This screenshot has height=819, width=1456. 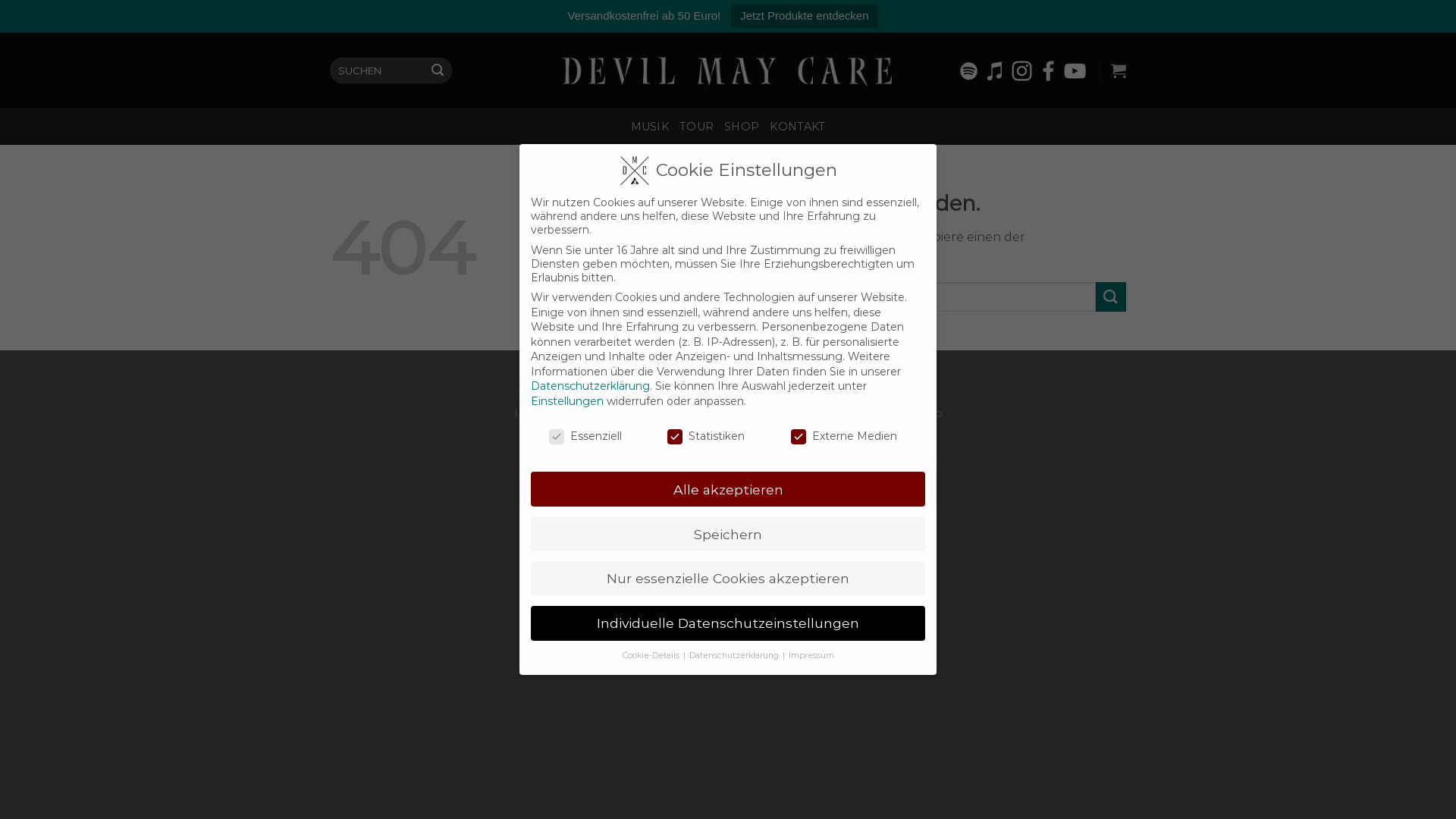 I want to click on 'Einstellungen', so click(x=566, y=400).